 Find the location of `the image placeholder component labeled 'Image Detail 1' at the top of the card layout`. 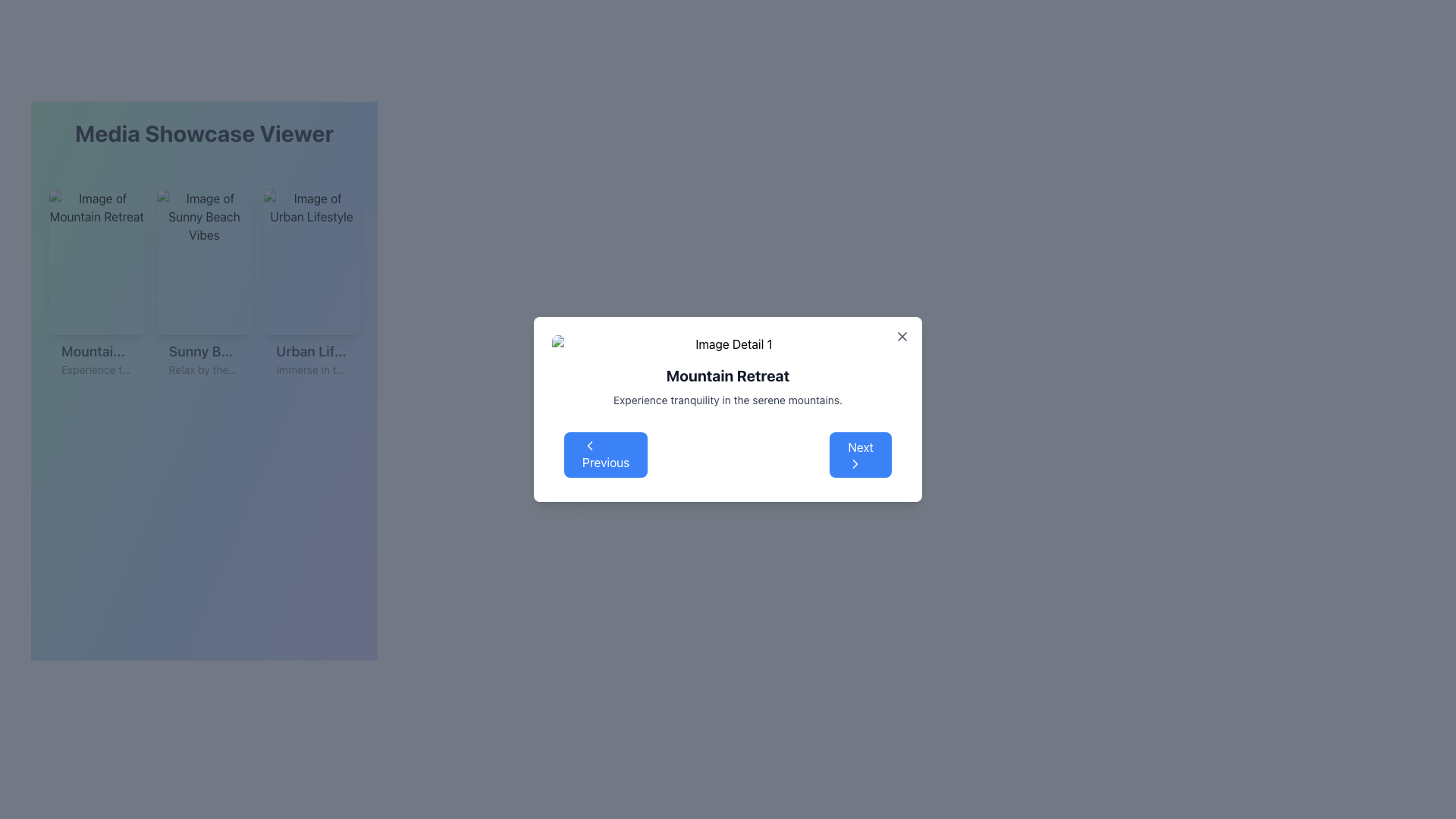

the image placeholder component labeled 'Image Detail 1' at the top of the card layout is located at coordinates (728, 344).